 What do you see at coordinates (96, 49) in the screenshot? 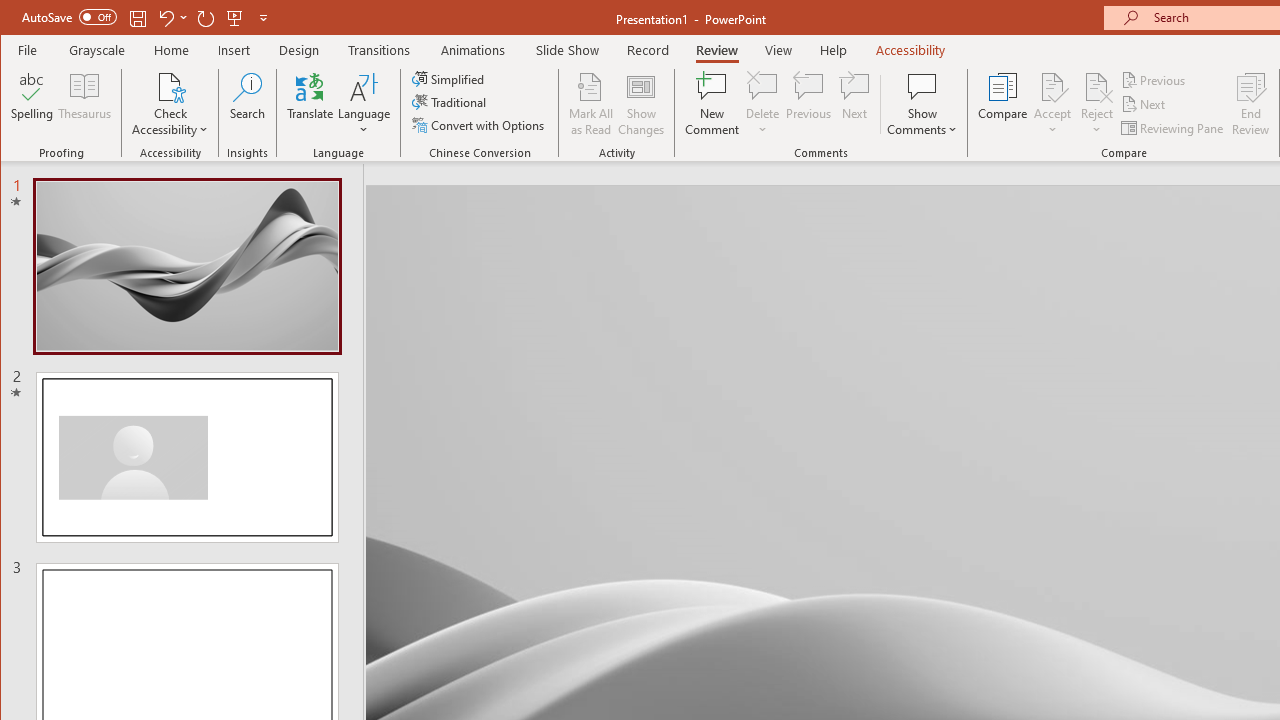
I see `'Grayscale'` at bounding box center [96, 49].